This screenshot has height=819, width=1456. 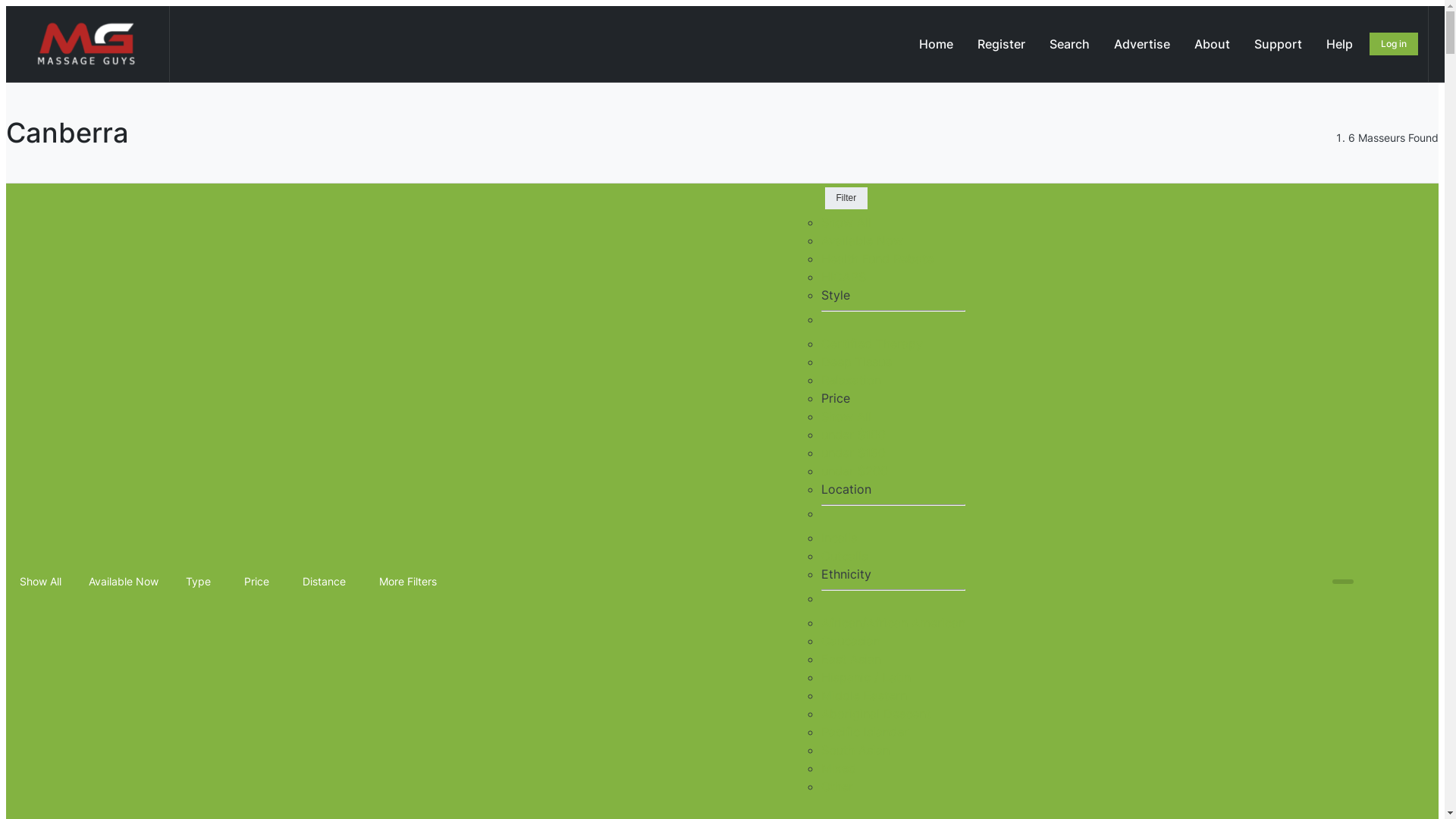 What do you see at coordinates (259, 581) in the screenshot?
I see `'Price'` at bounding box center [259, 581].